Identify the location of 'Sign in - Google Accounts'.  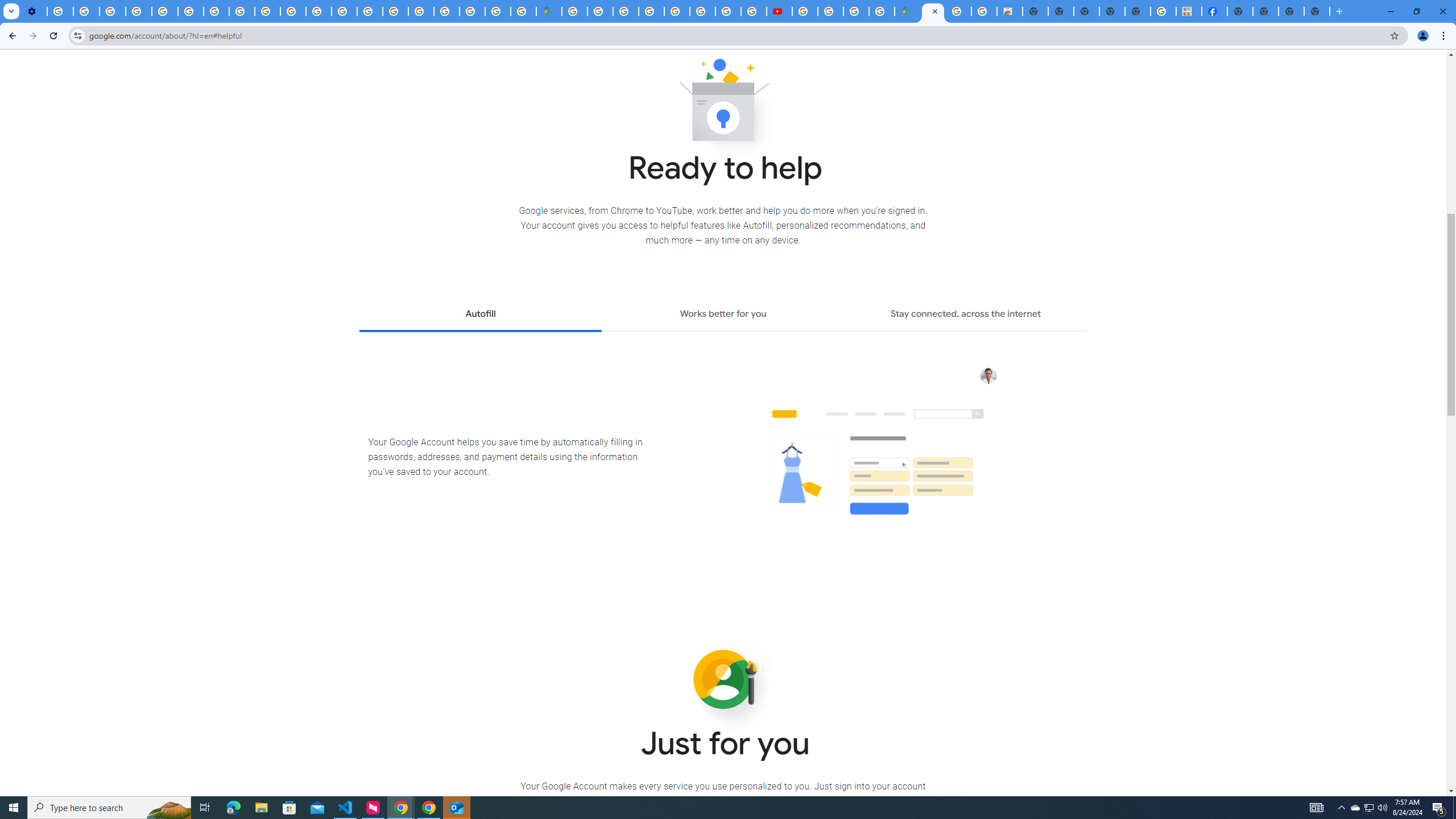
(573, 11).